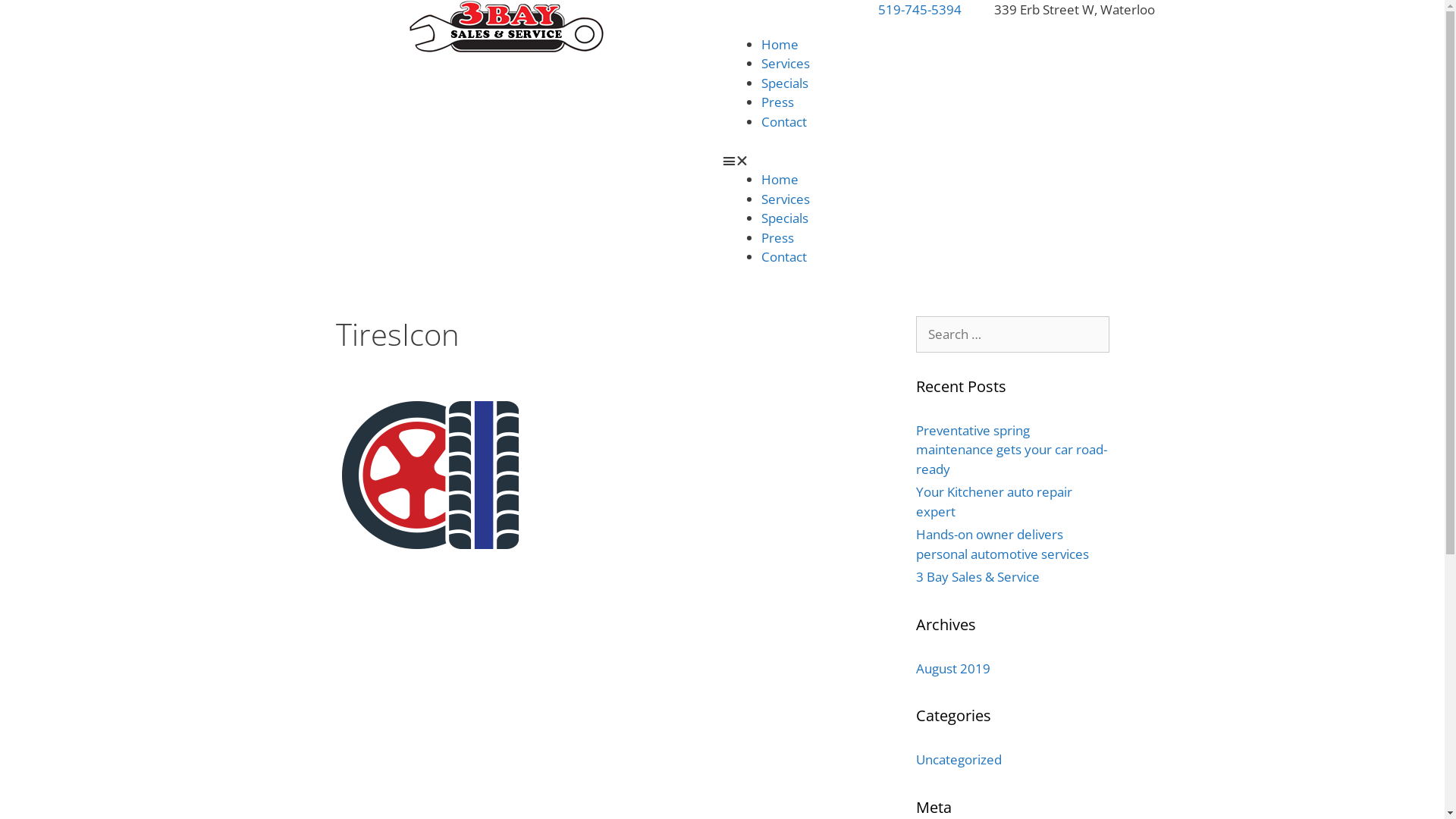 The image size is (1456, 819). What do you see at coordinates (915, 333) in the screenshot?
I see `'Search for:'` at bounding box center [915, 333].